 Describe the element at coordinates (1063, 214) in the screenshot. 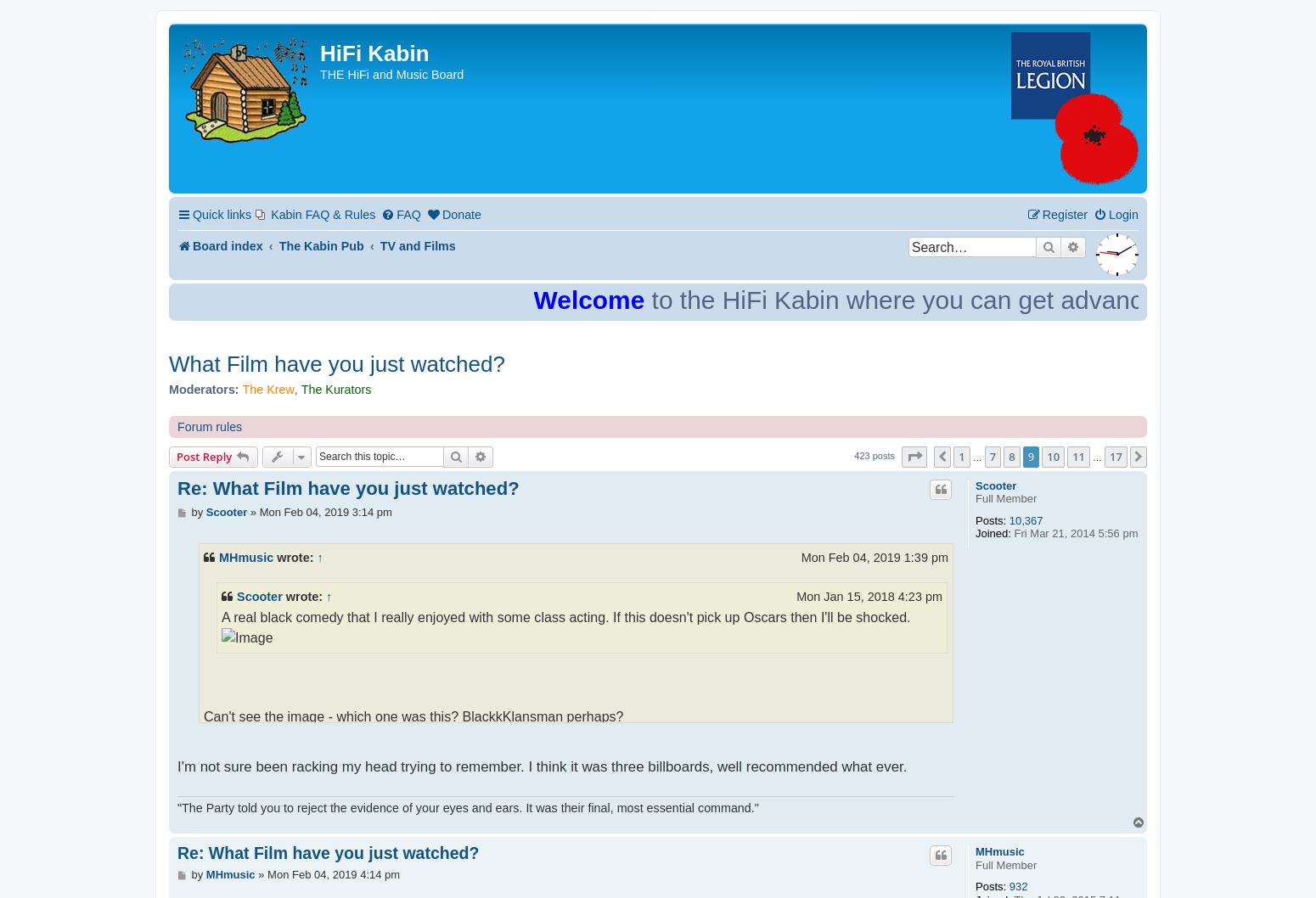

I see `'Register'` at that location.